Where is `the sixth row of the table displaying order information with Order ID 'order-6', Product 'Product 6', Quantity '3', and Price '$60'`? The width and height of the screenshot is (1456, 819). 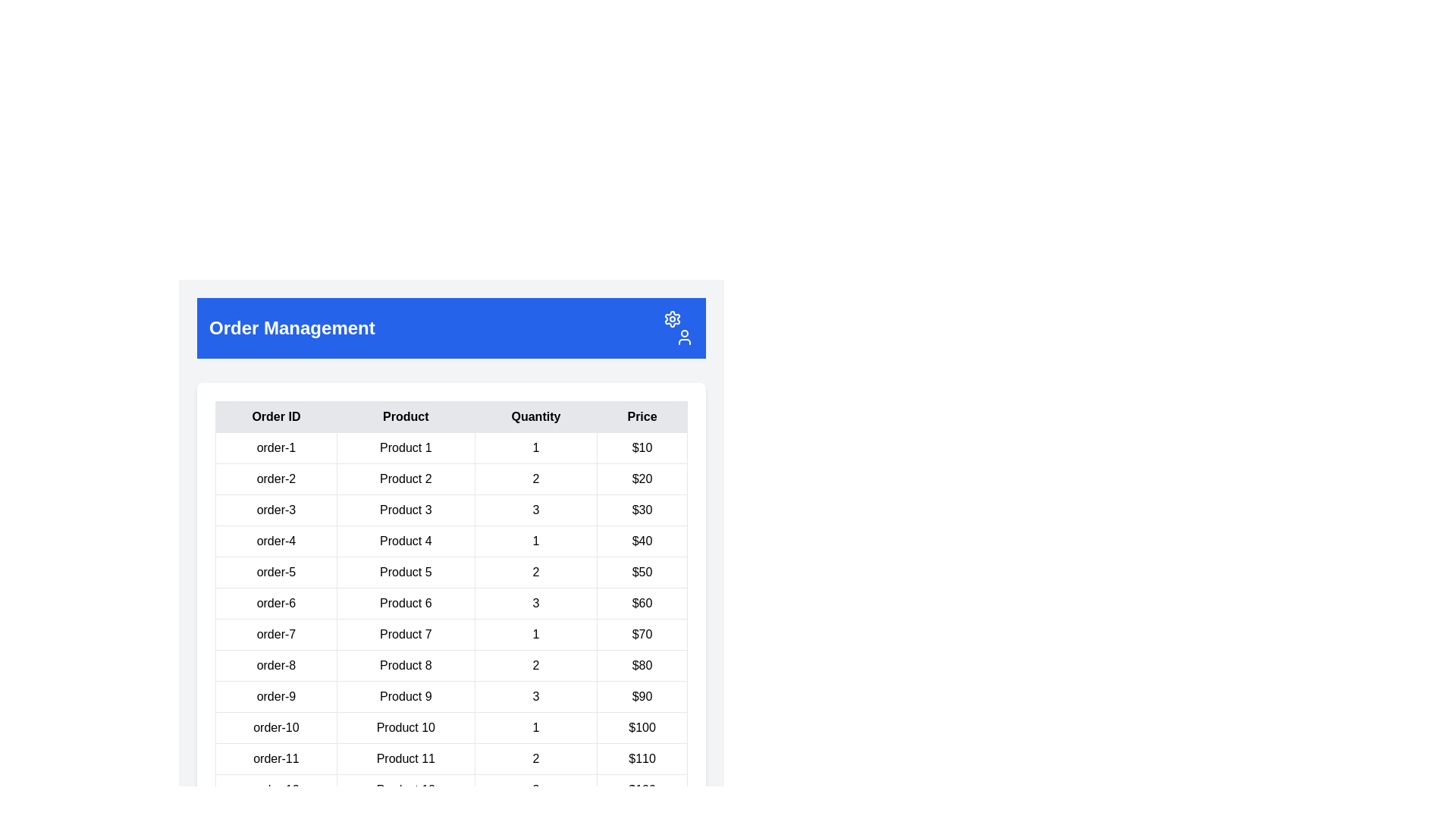
the sixth row of the table displaying order information with Order ID 'order-6', Product 'Product 6', Quantity '3', and Price '$60' is located at coordinates (450, 602).